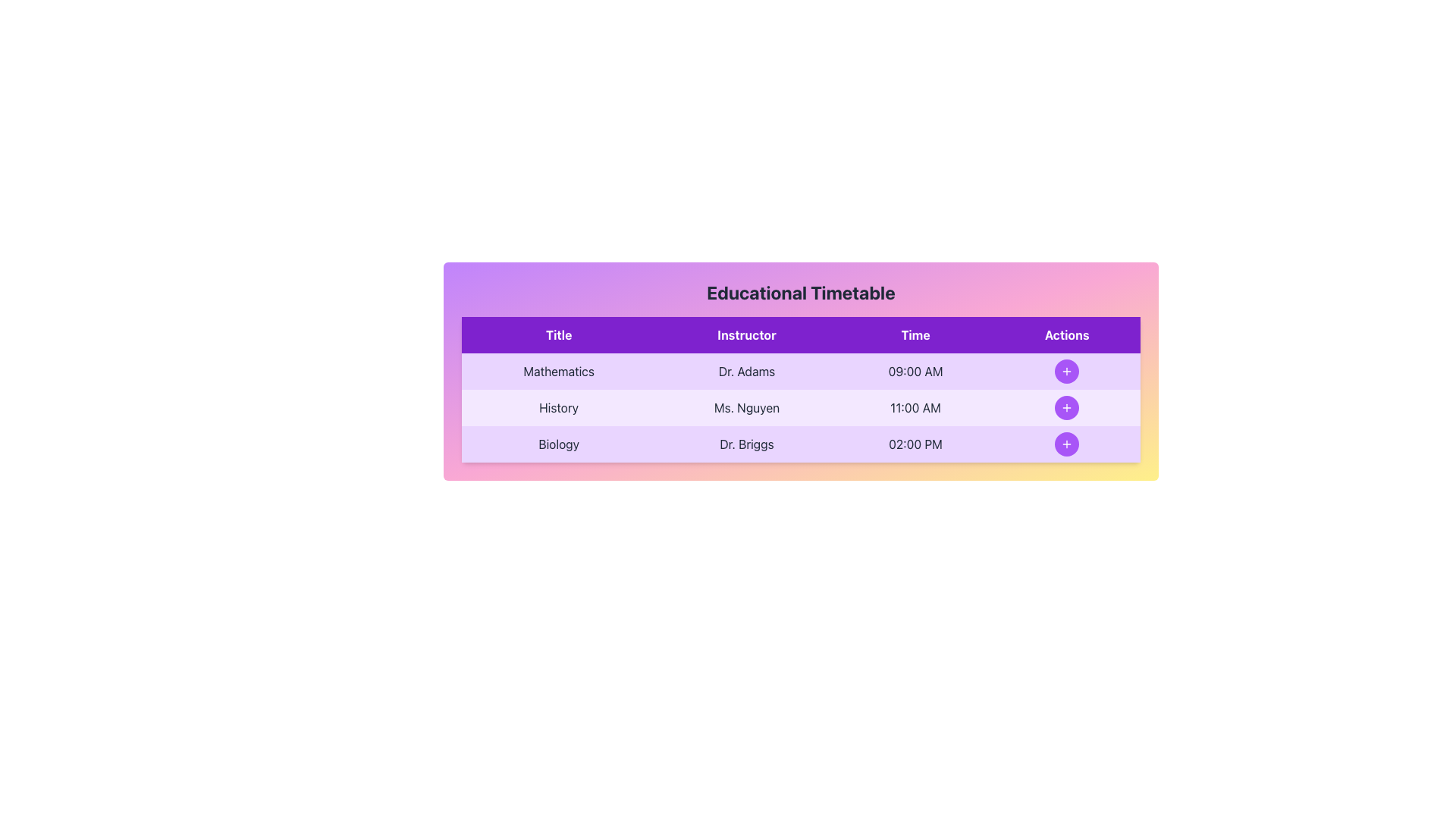  Describe the element at coordinates (1065, 444) in the screenshot. I see `the action button for the 'Biology' entry in the timetable` at that location.